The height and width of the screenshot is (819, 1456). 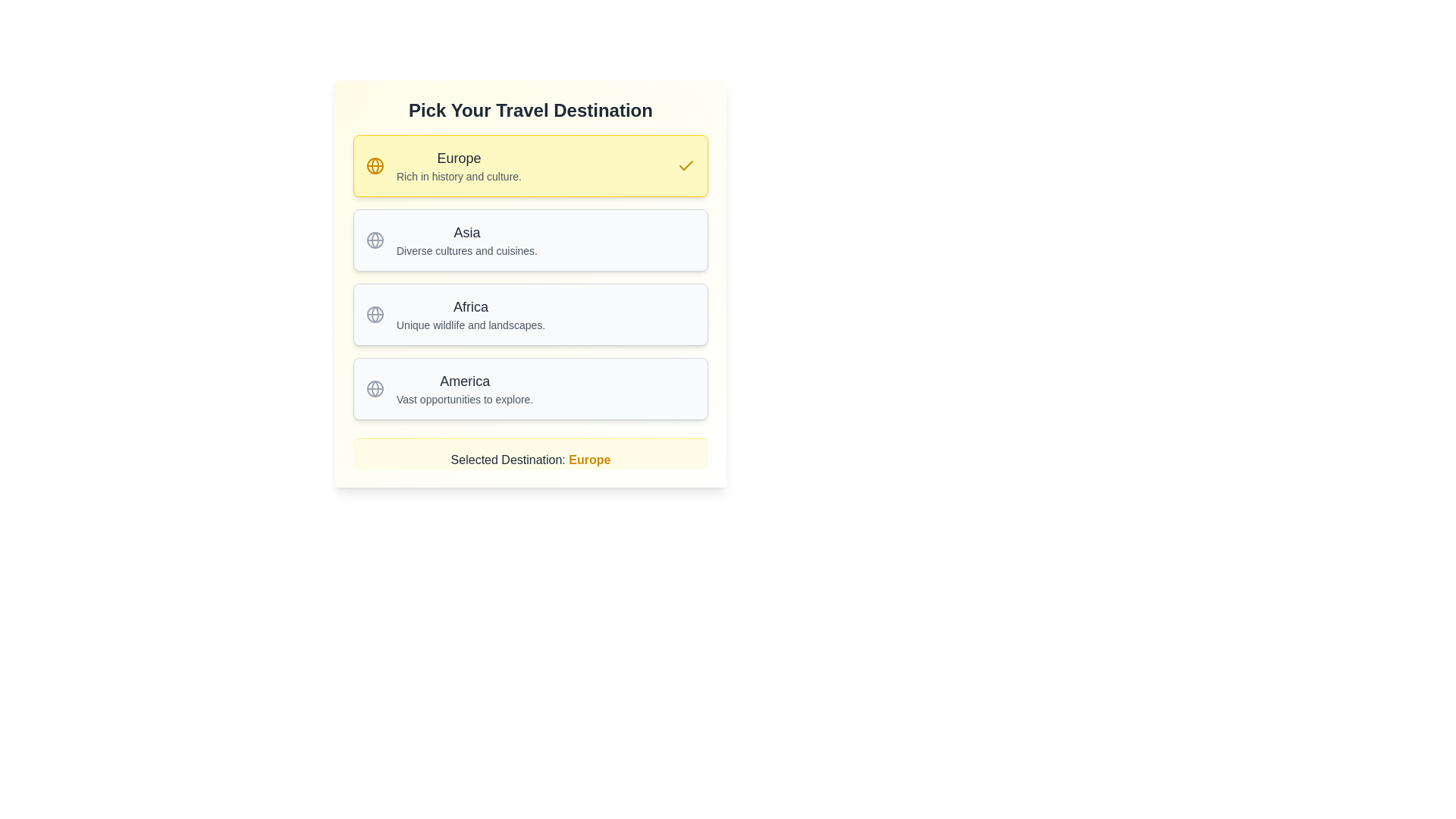 What do you see at coordinates (588, 459) in the screenshot?
I see `the bold yellow text label 'Europe' which indicates the selected destination in the interface` at bounding box center [588, 459].